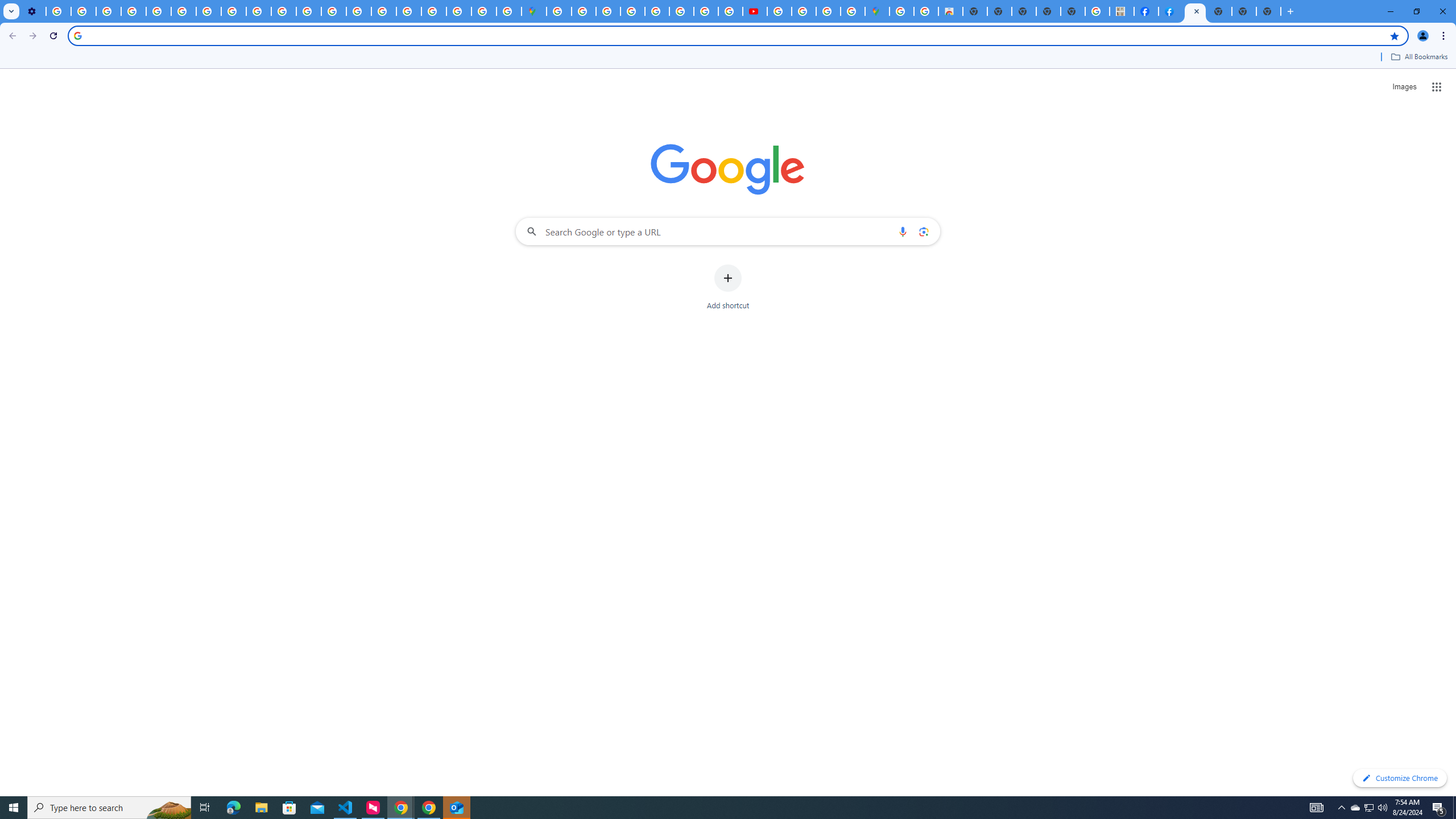  What do you see at coordinates (754, 11) in the screenshot?
I see `'Subscriptions - YouTube'` at bounding box center [754, 11].